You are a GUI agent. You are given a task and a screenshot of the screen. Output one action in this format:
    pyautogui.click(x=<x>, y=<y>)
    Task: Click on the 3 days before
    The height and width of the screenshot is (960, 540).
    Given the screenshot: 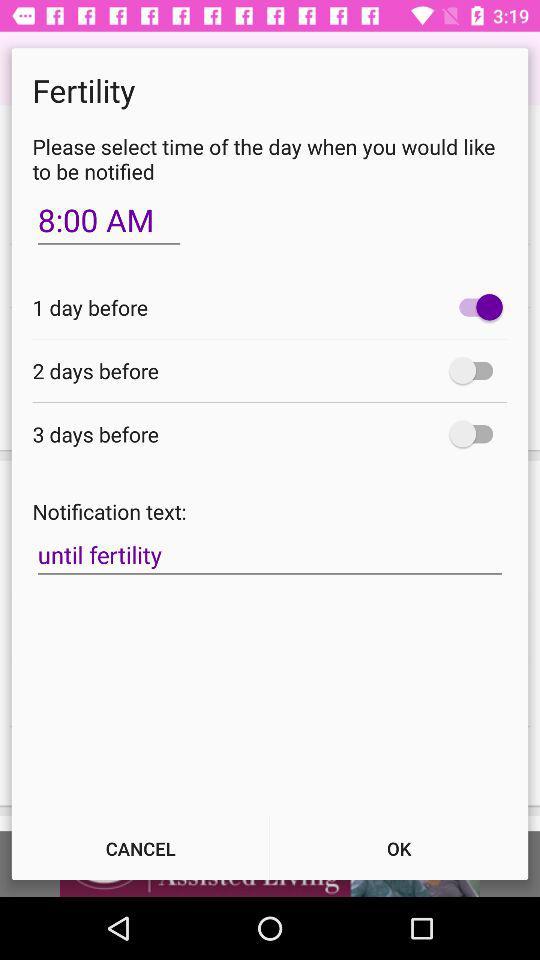 What is the action you would take?
    pyautogui.click(x=475, y=434)
    